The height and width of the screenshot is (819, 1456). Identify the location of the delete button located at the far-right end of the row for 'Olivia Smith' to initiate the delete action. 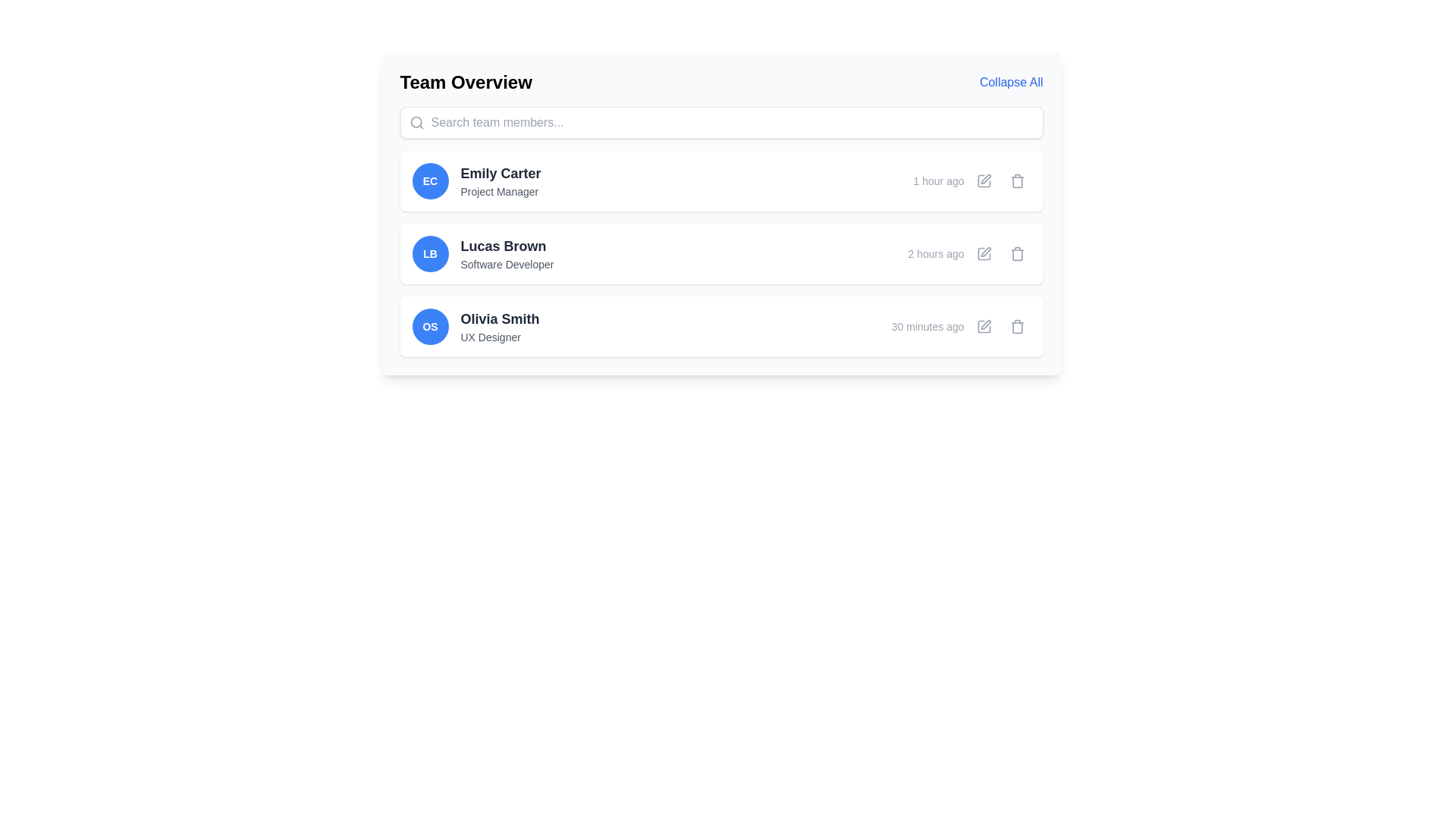
(1017, 326).